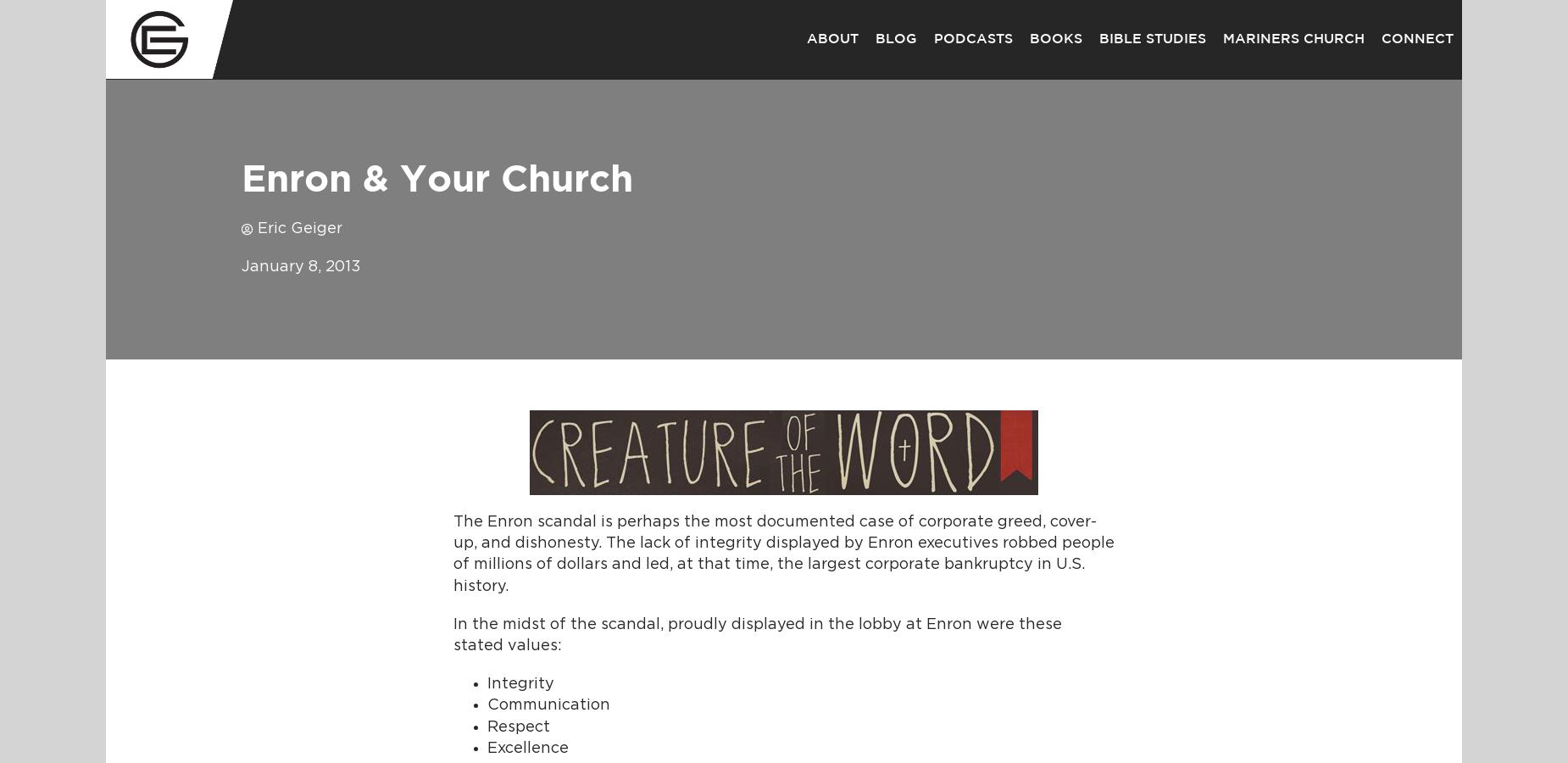 Image resolution: width=1568 pixels, height=763 pixels. Describe the element at coordinates (1382, 38) in the screenshot. I see `'Connect'` at that location.